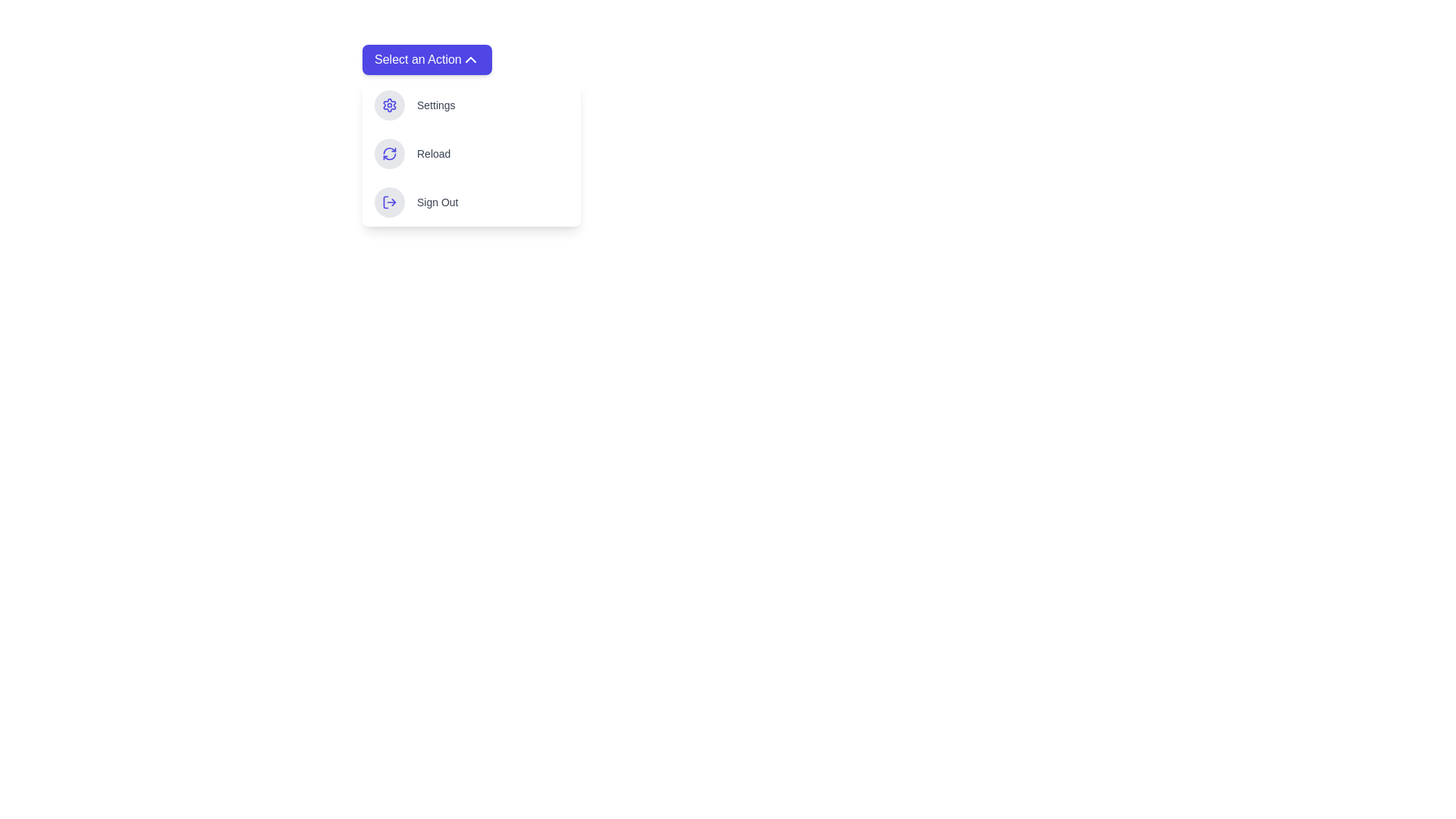 The height and width of the screenshot is (819, 1456). I want to click on the prominent Dropdown trigger button labeled 'Select an Action' with an upward-pointing chevron icon, so click(426, 58).